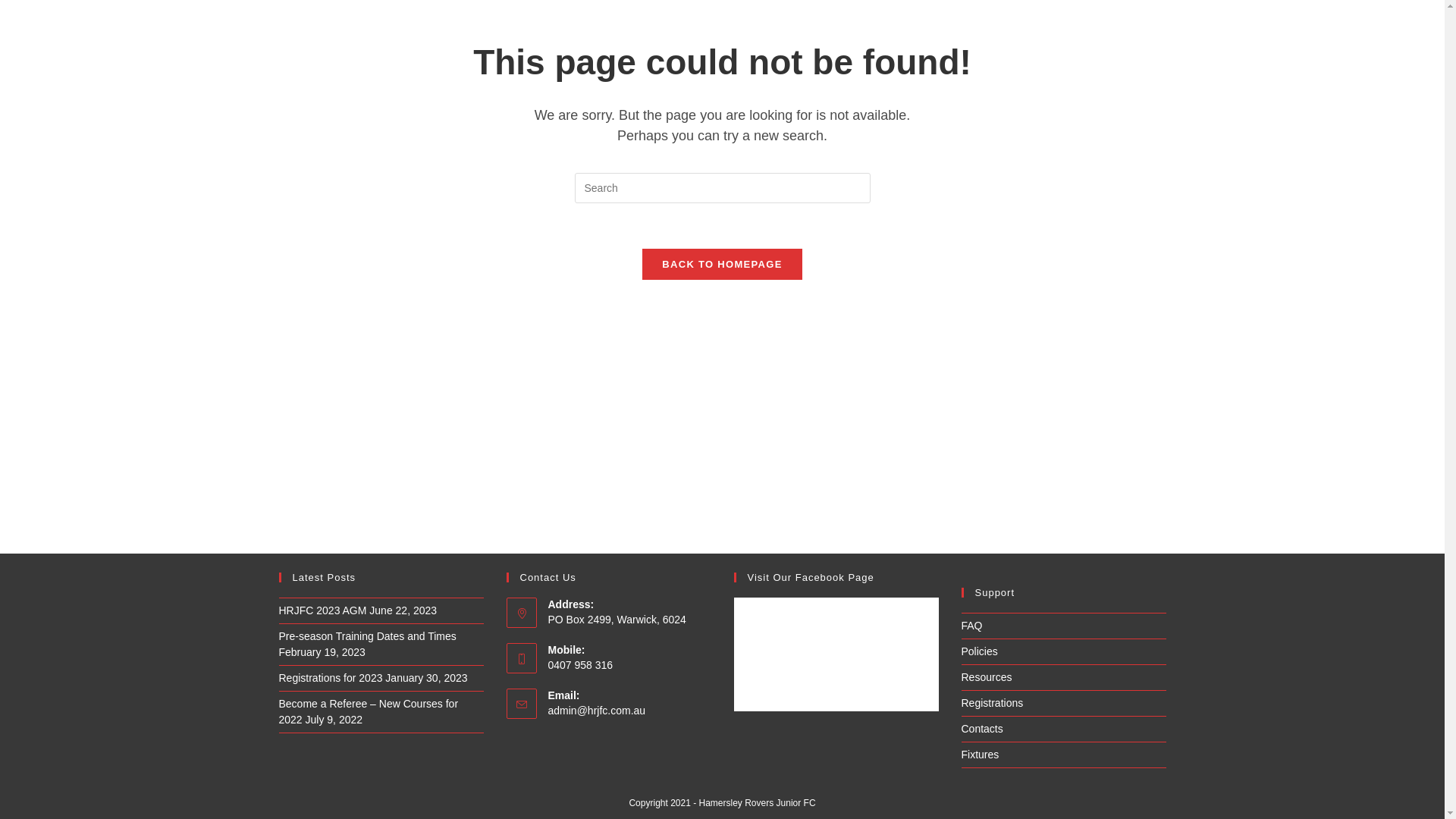  What do you see at coordinates (960, 755) in the screenshot?
I see `'Fixtures'` at bounding box center [960, 755].